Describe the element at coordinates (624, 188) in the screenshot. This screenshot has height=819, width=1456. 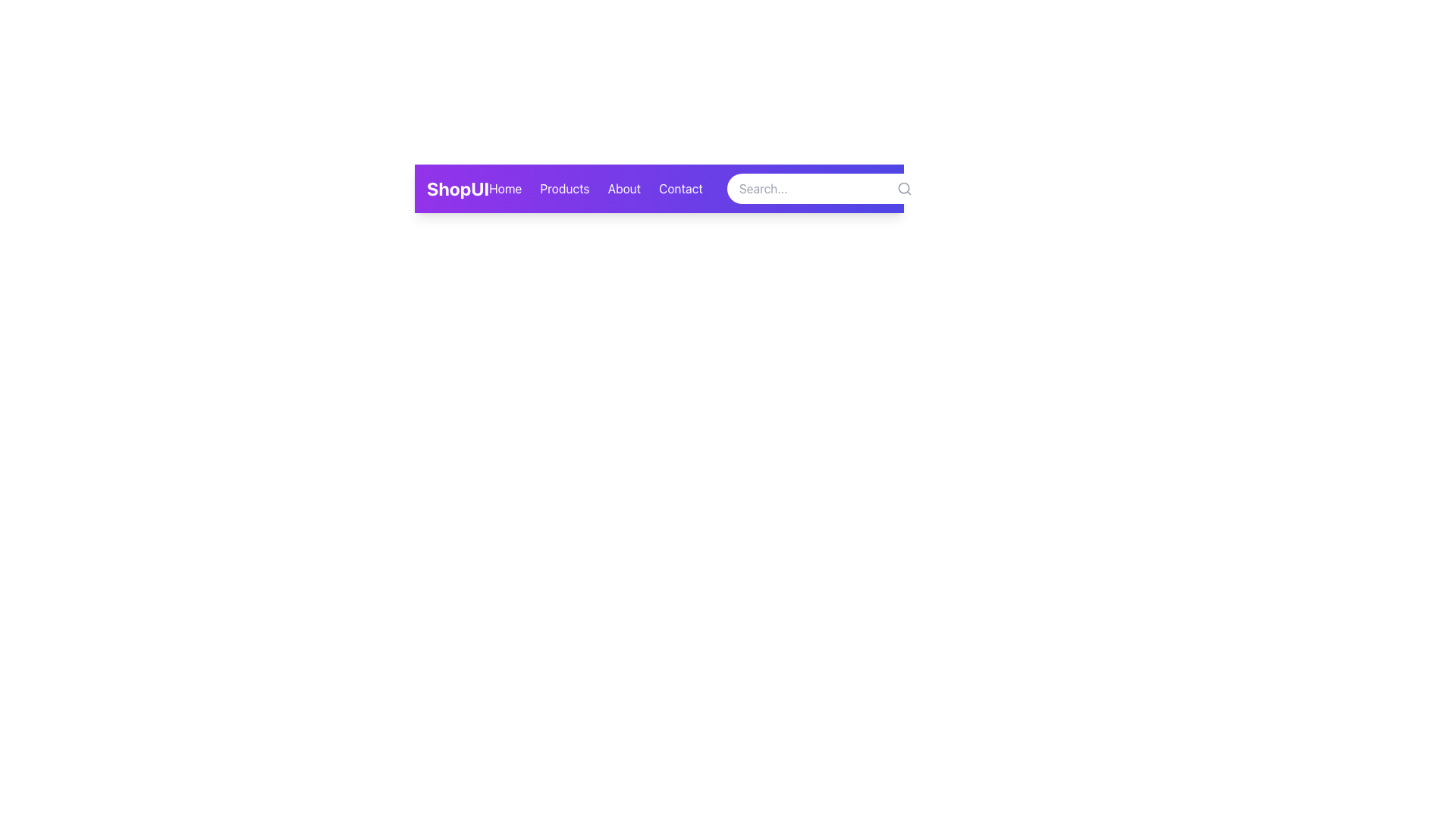
I see `the 'About' hyperlink text, which is the third element in the navigation menu` at that location.